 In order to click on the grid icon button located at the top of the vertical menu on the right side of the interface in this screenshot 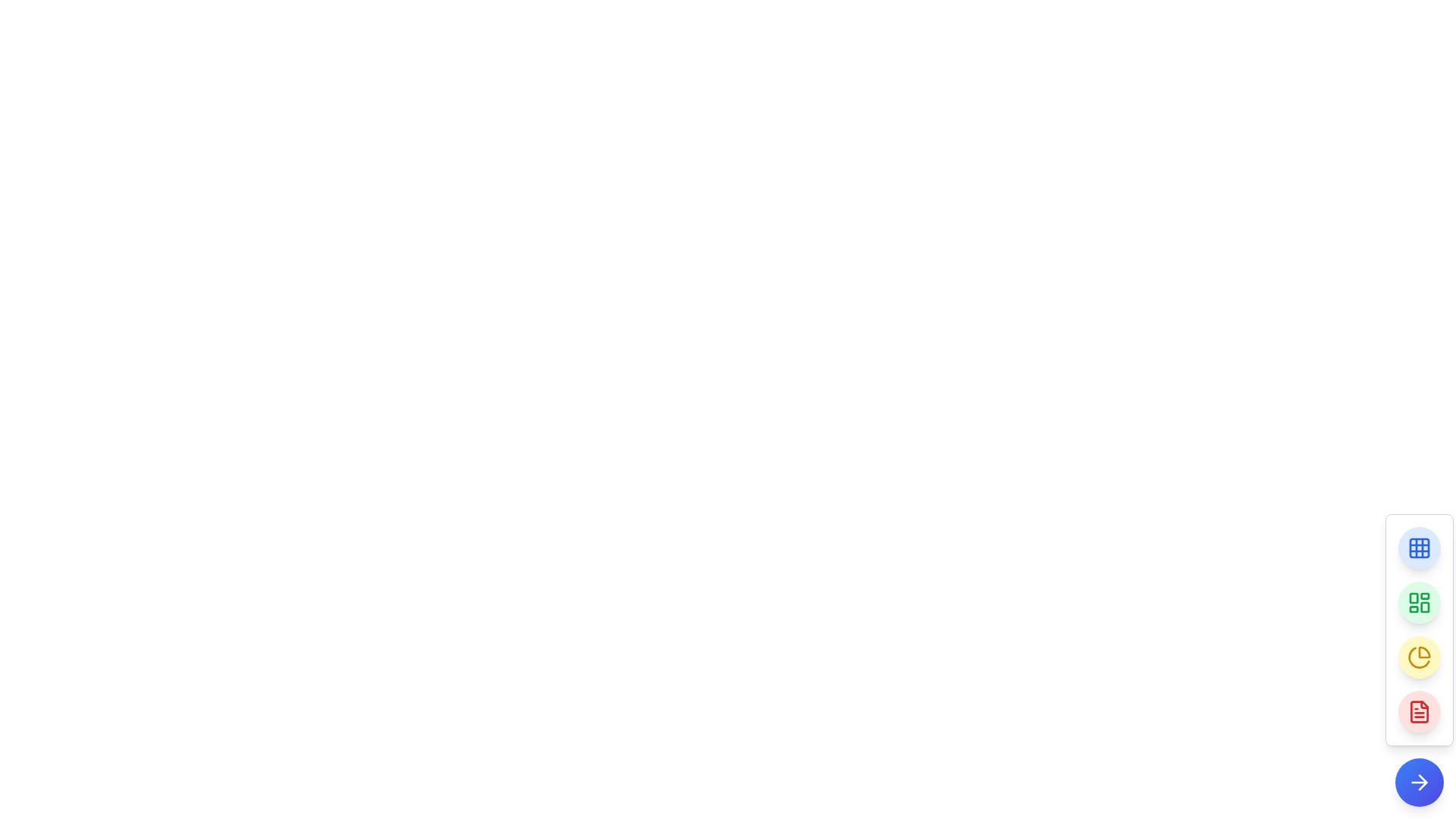, I will do `click(1419, 548)`.